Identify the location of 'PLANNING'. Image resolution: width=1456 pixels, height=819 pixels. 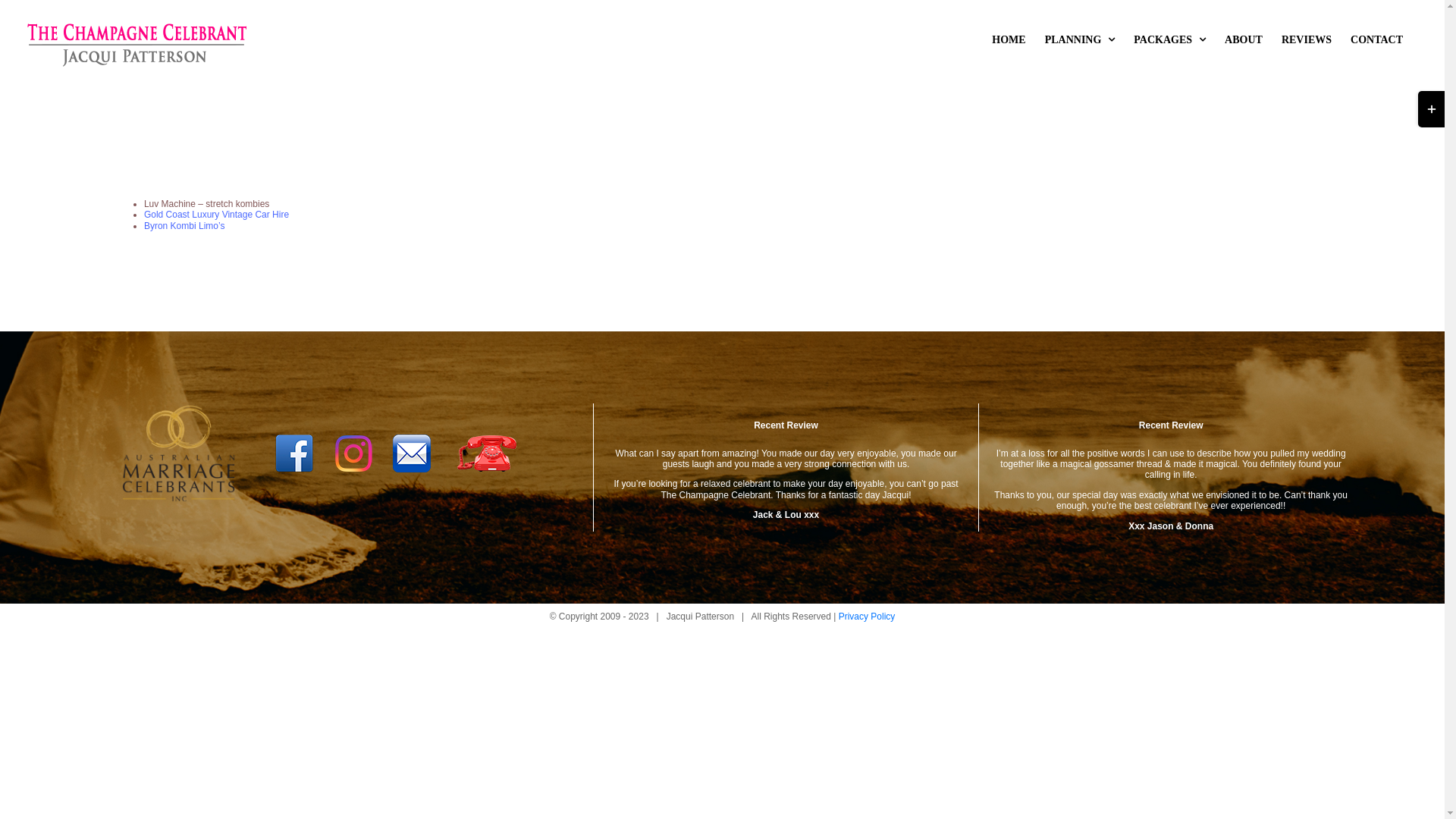
(1079, 39).